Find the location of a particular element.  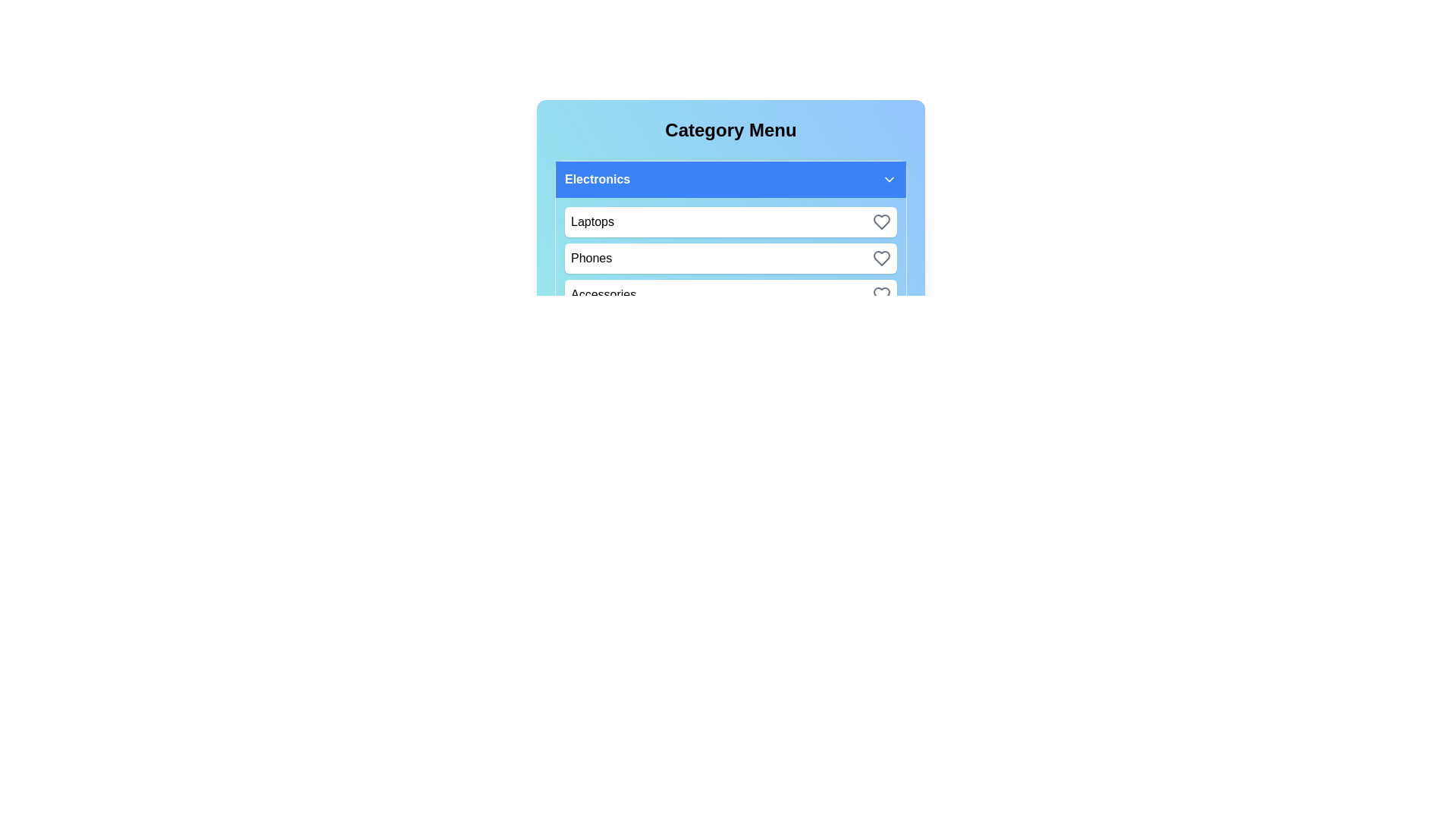

the 'Phones' menu item within the 'Electronics' dropdown menu for additional options is located at coordinates (731, 257).